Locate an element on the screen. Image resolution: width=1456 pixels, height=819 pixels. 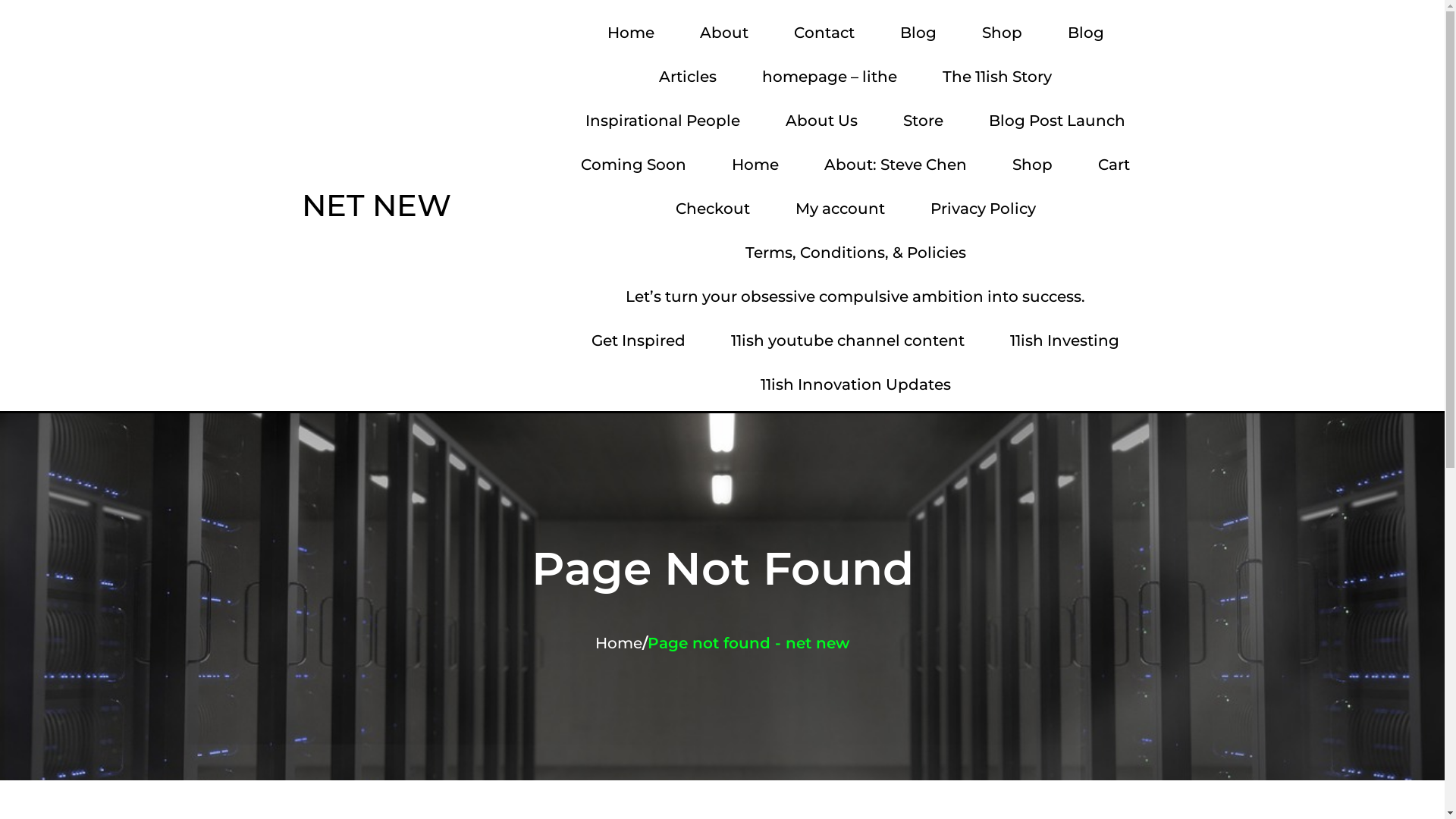
'Blog' is located at coordinates (1084, 32).